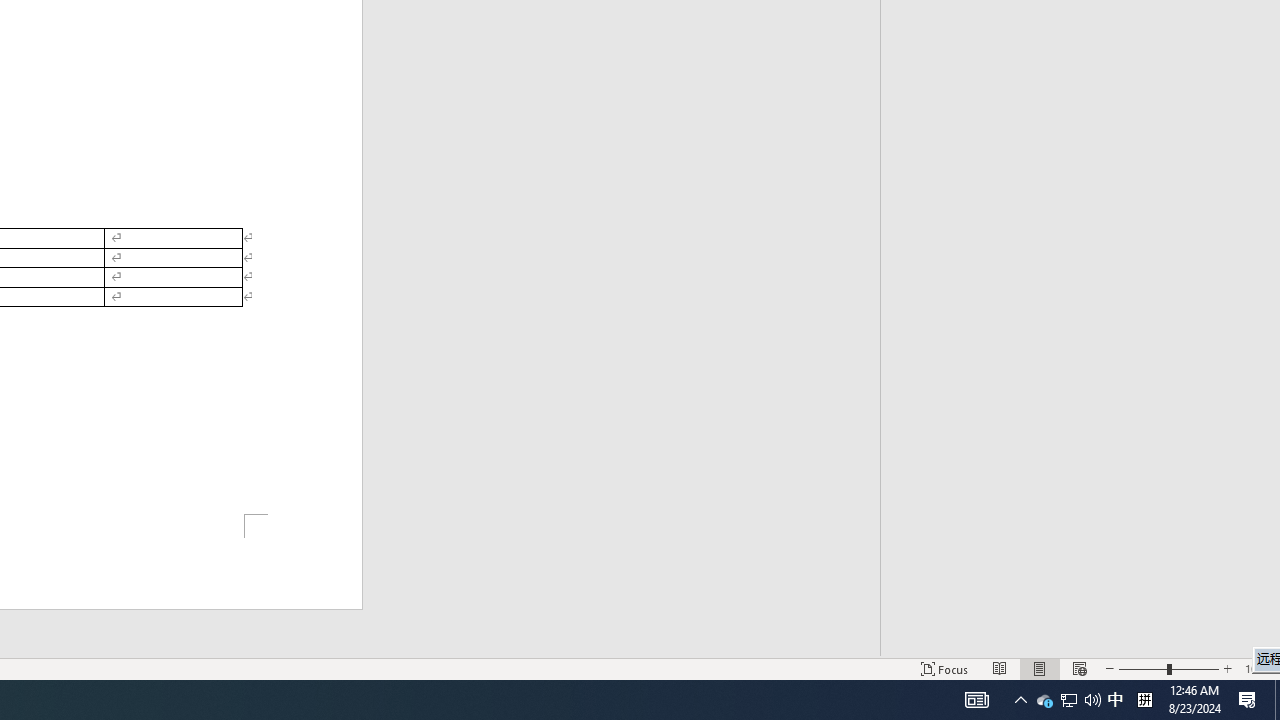 The image size is (1280, 720). Describe the element at coordinates (1257, 669) in the screenshot. I see `'Zoom 100%'` at that location.